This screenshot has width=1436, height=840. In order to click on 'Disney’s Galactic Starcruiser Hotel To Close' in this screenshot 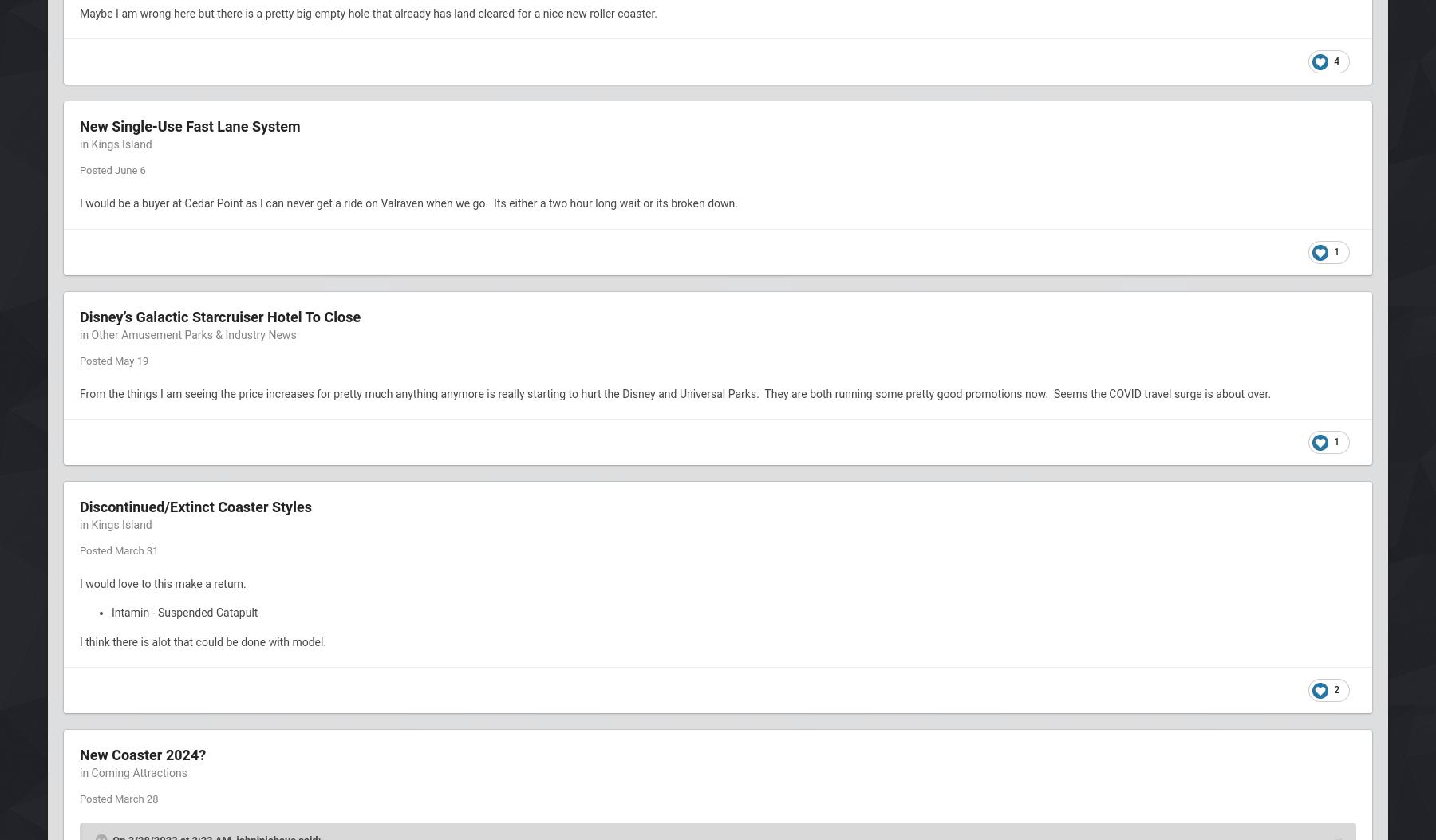, I will do `click(219, 316)`.